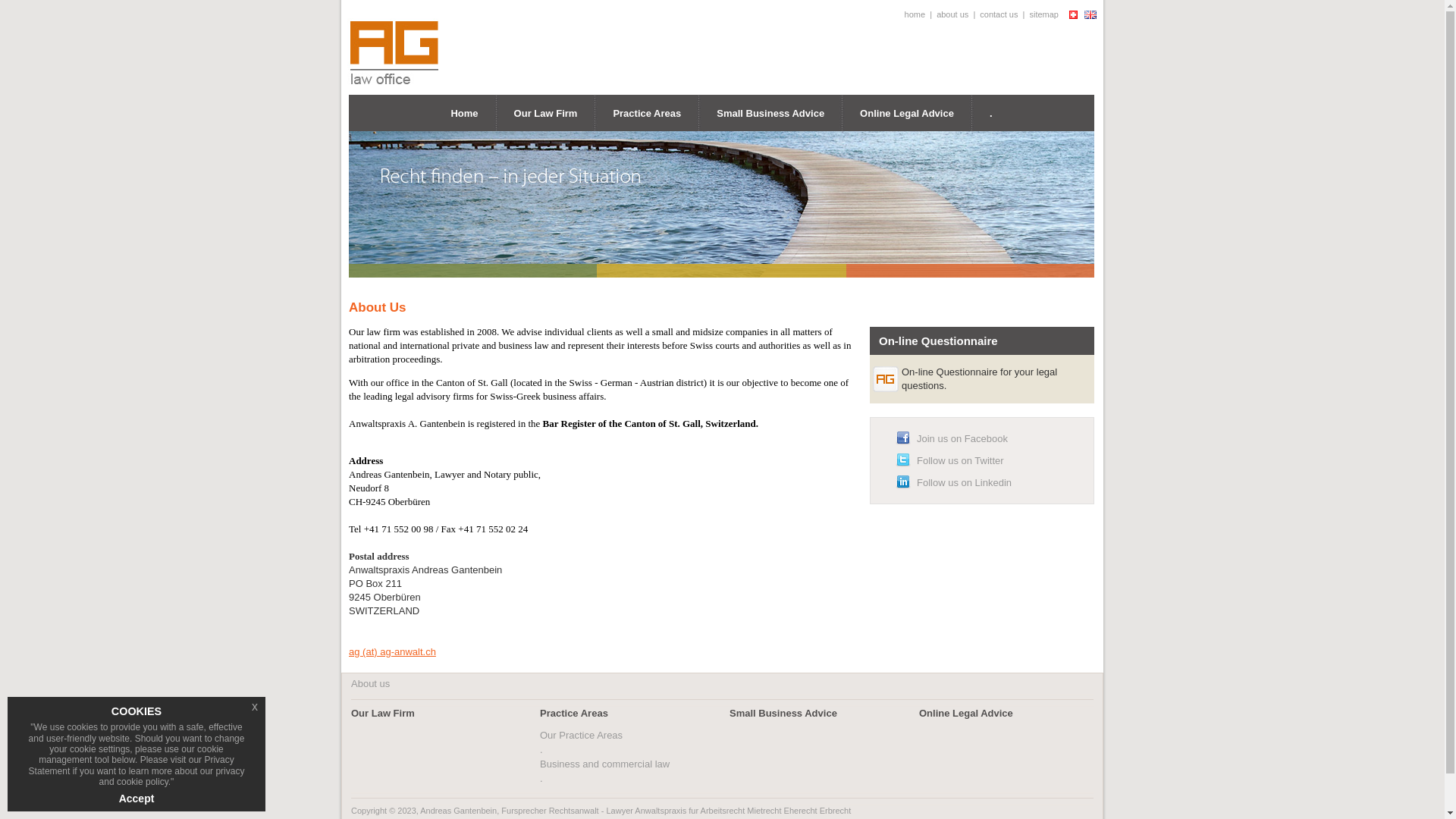  I want to click on 'Our Practice Areas', so click(580, 734).